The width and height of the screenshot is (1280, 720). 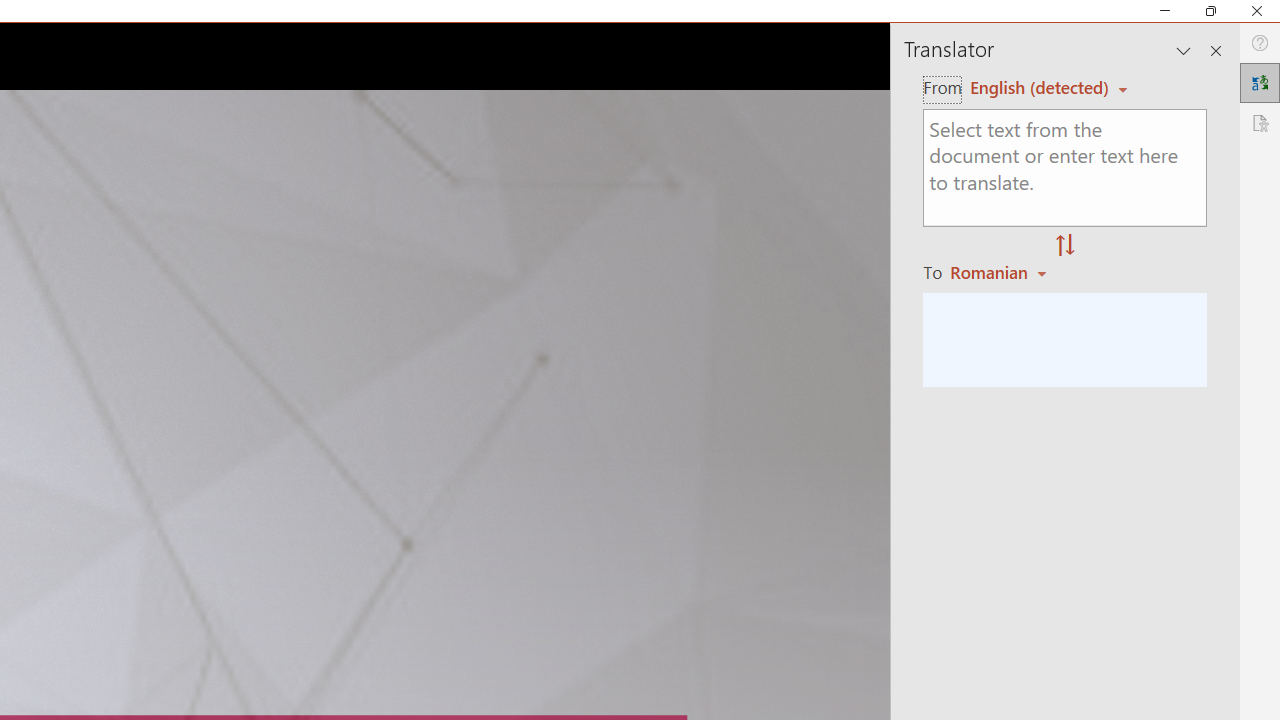 I want to click on 'Swap "from" and "to" languages.', so click(x=1064, y=244).